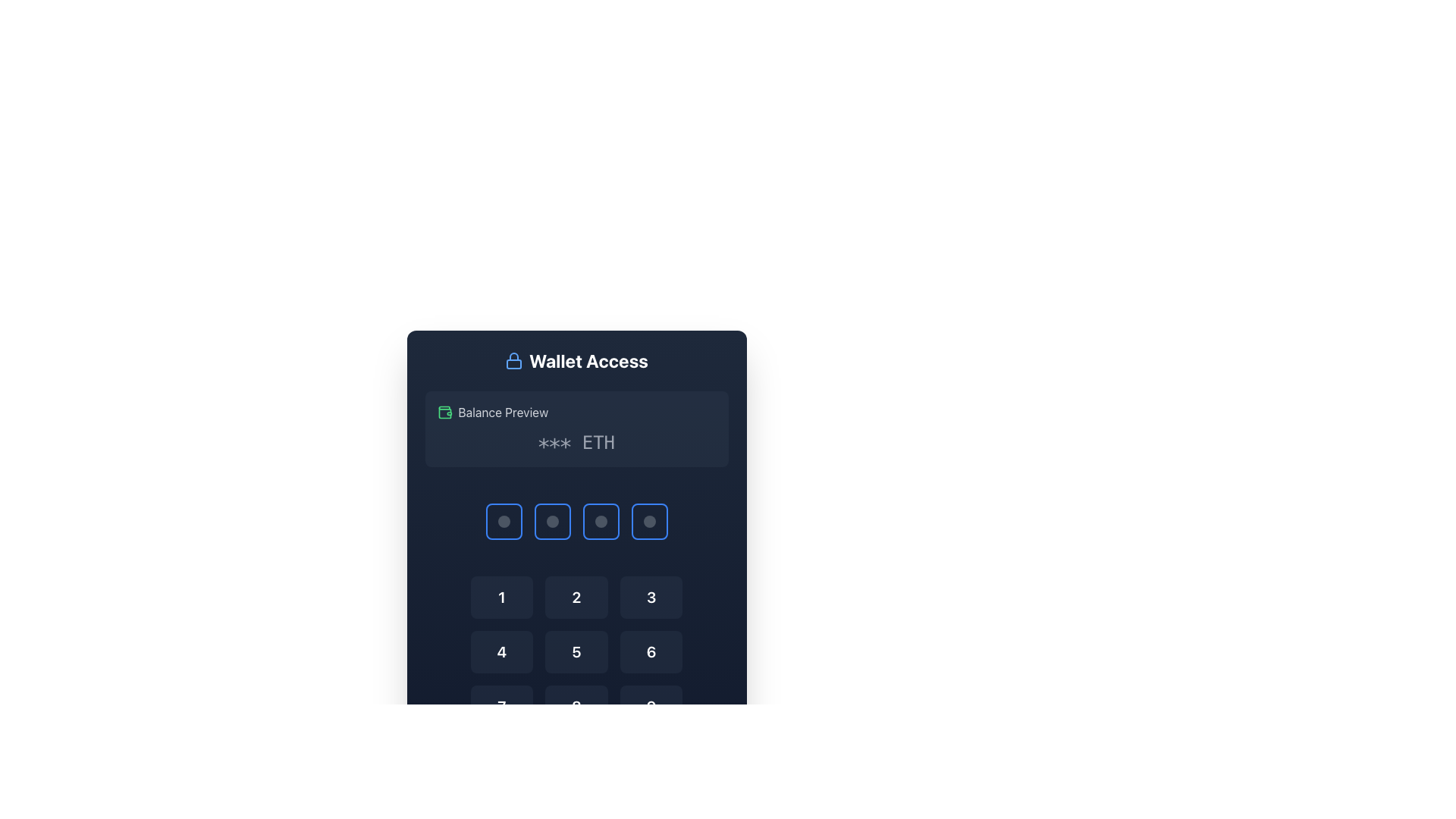  Describe the element at coordinates (588, 360) in the screenshot. I see `text from the title label indicating wallet access features, which is positioned centrally in the card-like UI module` at that location.